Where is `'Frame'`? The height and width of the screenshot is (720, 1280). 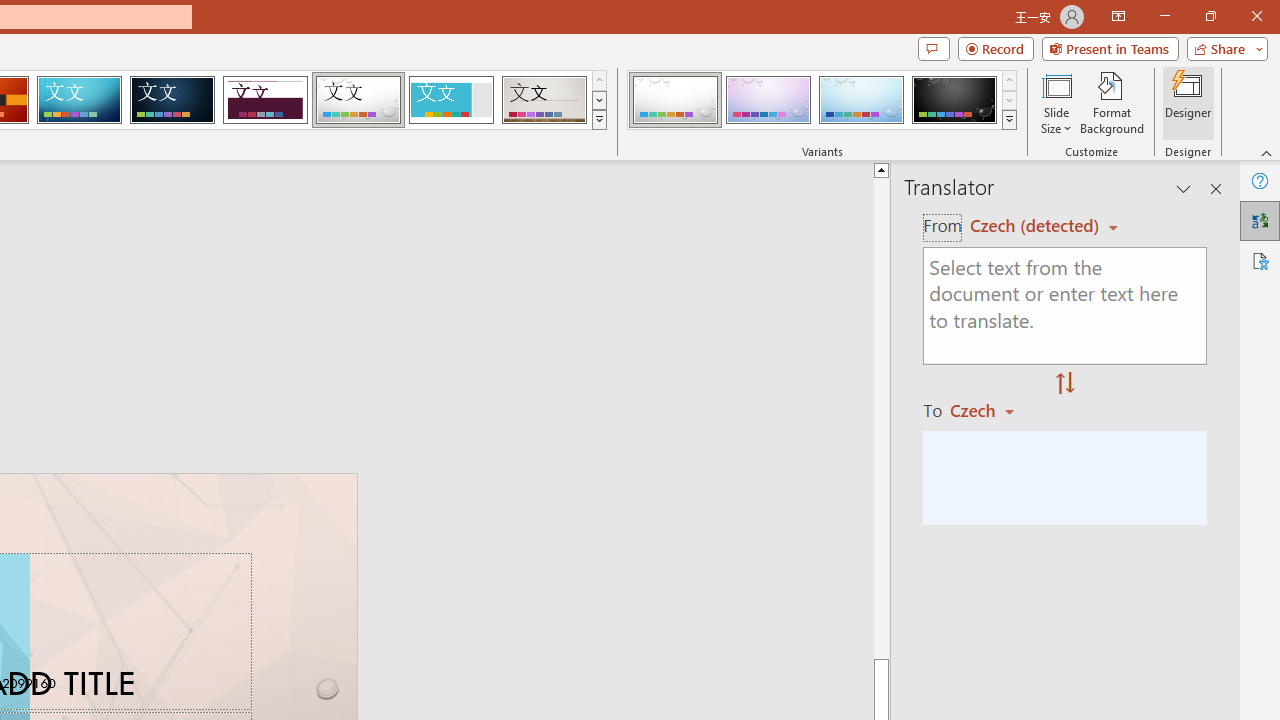
'Frame' is located at coordinates (450, 100).